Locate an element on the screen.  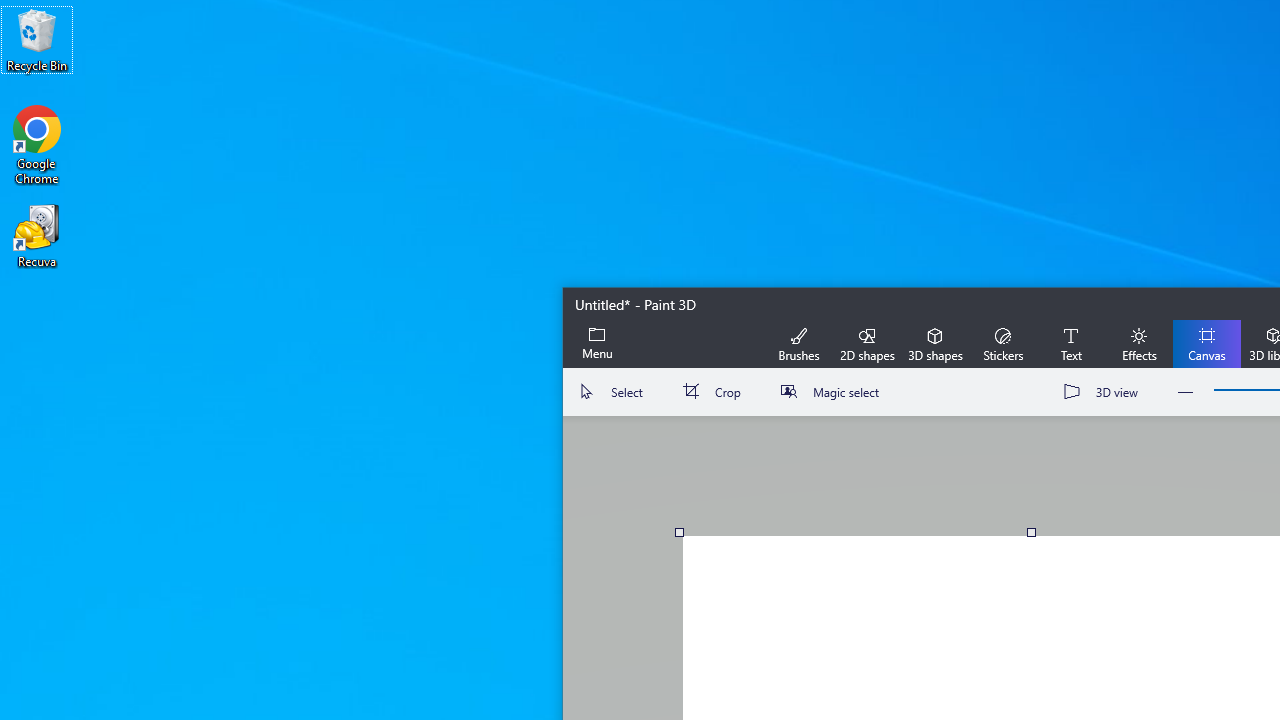
'Recuva' is located at coordinates (37, 234).